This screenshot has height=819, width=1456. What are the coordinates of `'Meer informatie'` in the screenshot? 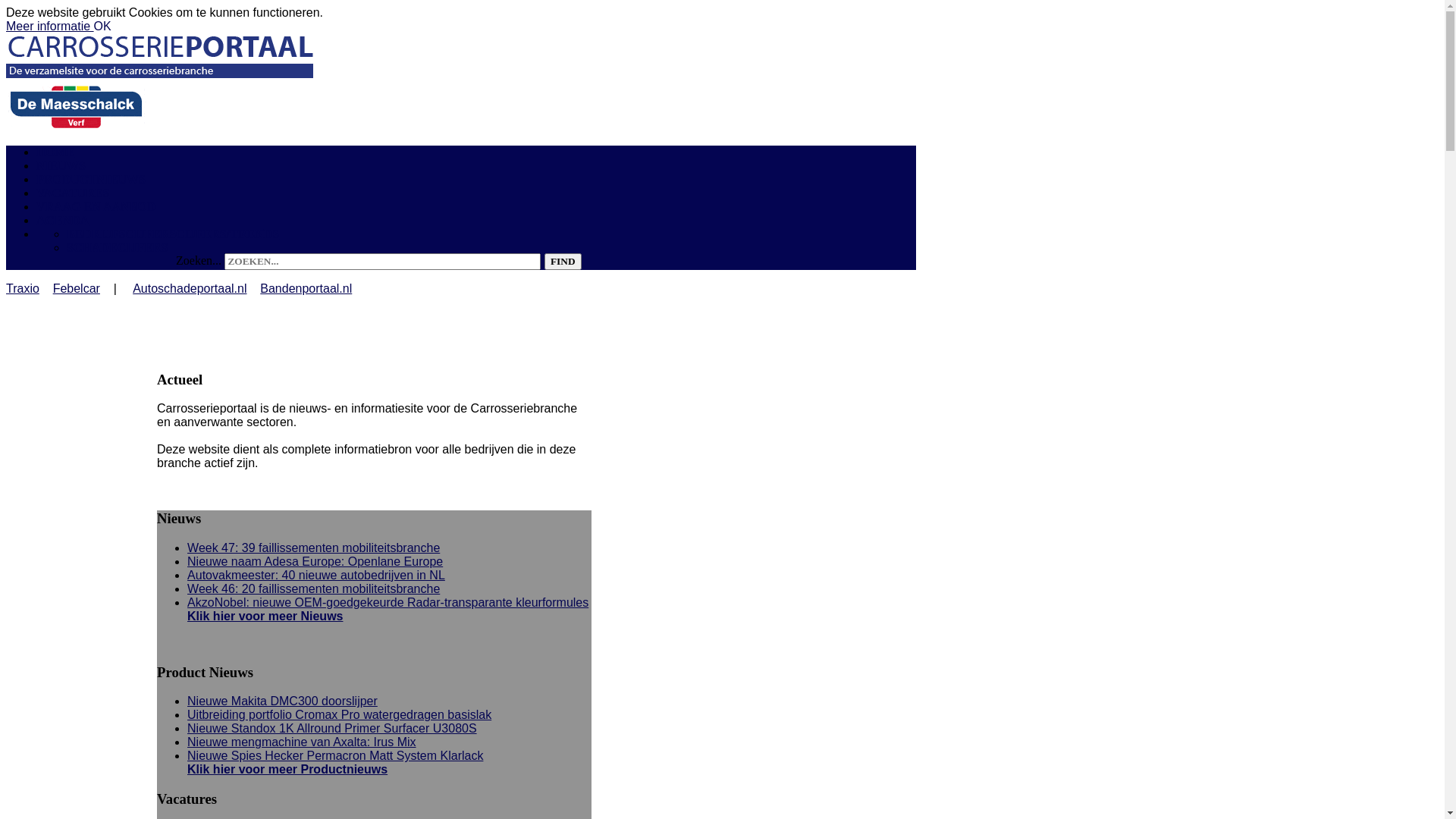 It's located at (50, 26).